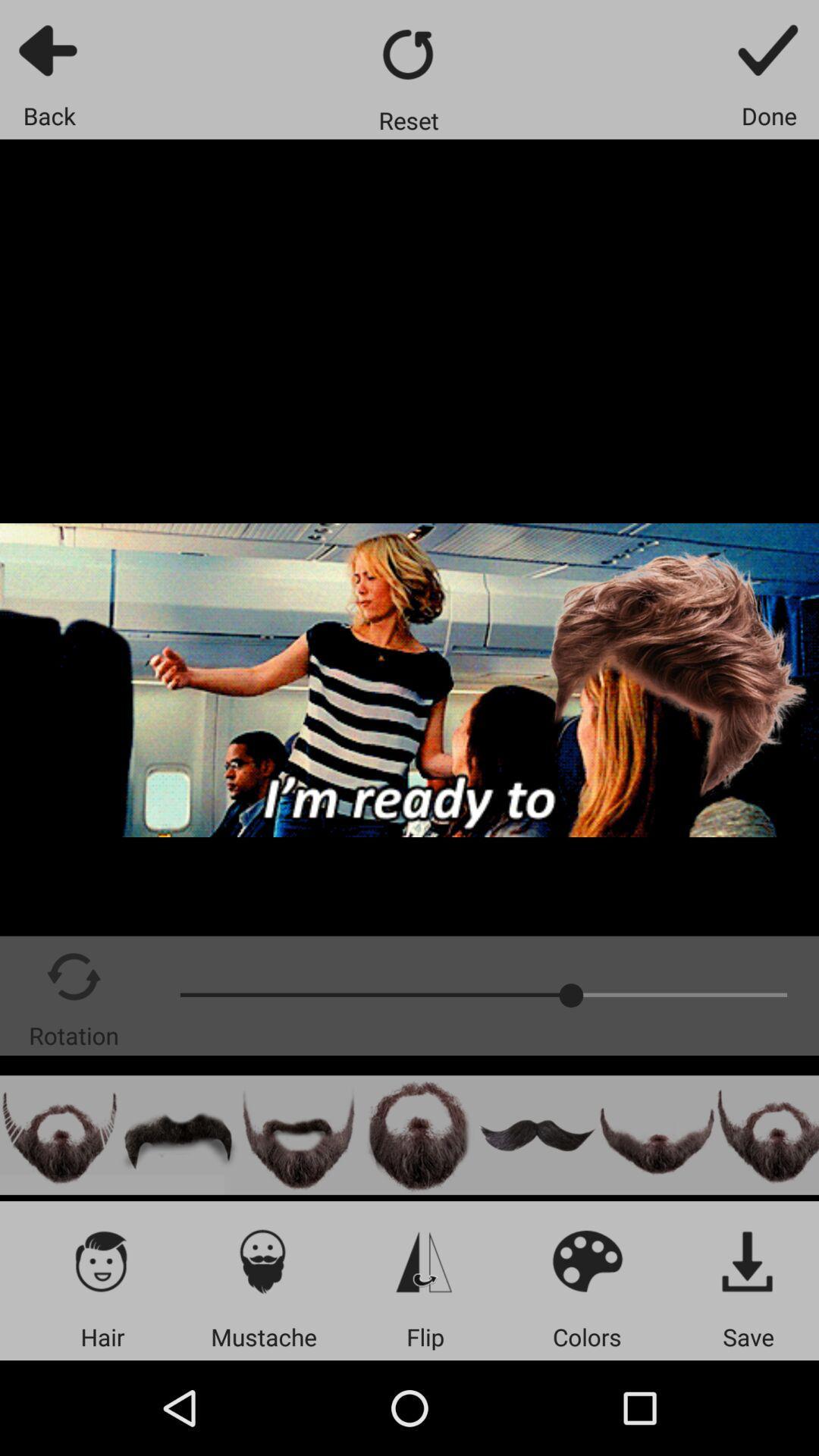 The width and height of the screenshot is (819, 1456). Describe the element at coordinates (586, 1260) in the screenshot. I see `the emoji icon` at that location.